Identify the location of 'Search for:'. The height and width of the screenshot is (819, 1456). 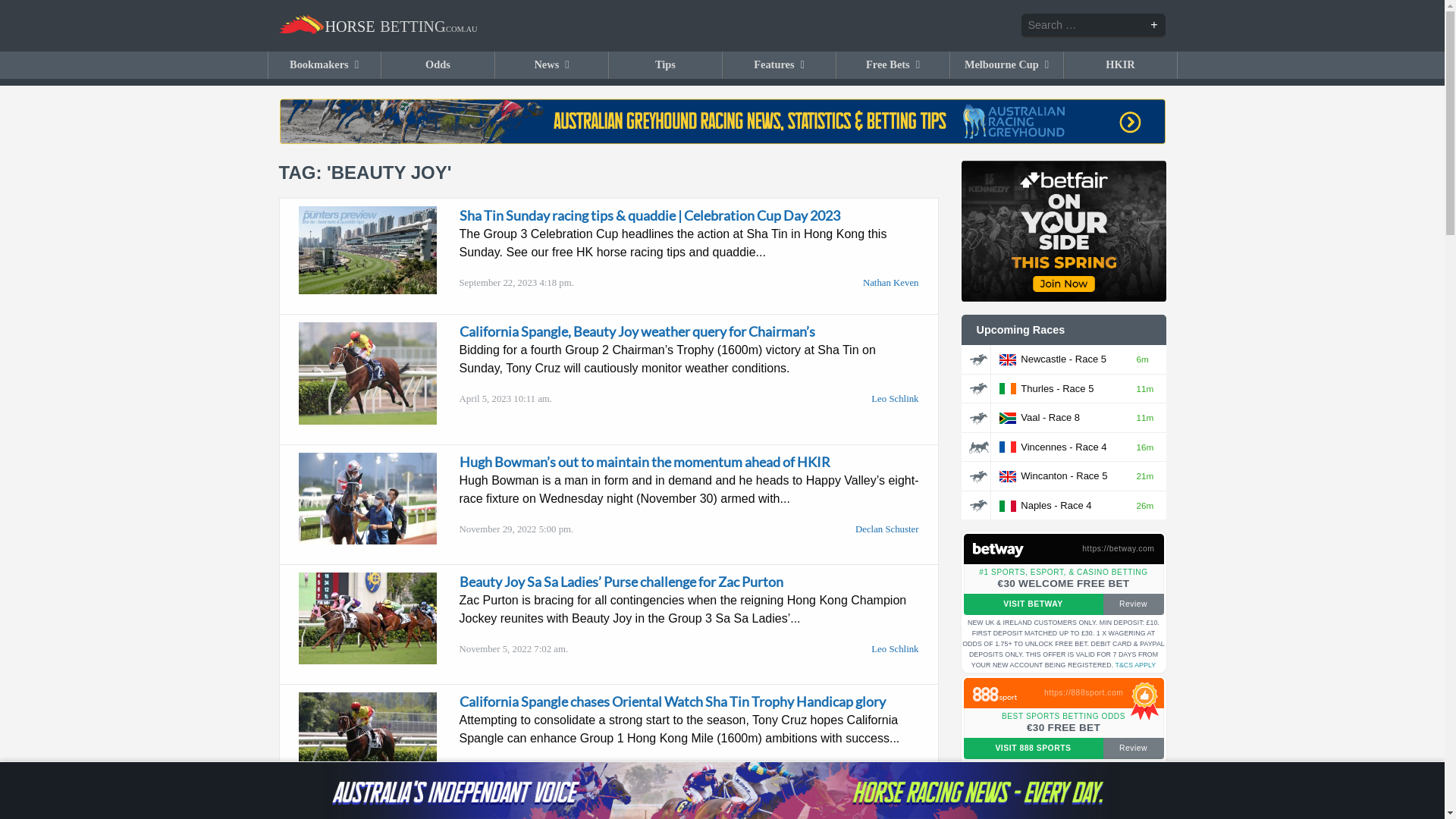
(1093, 26).